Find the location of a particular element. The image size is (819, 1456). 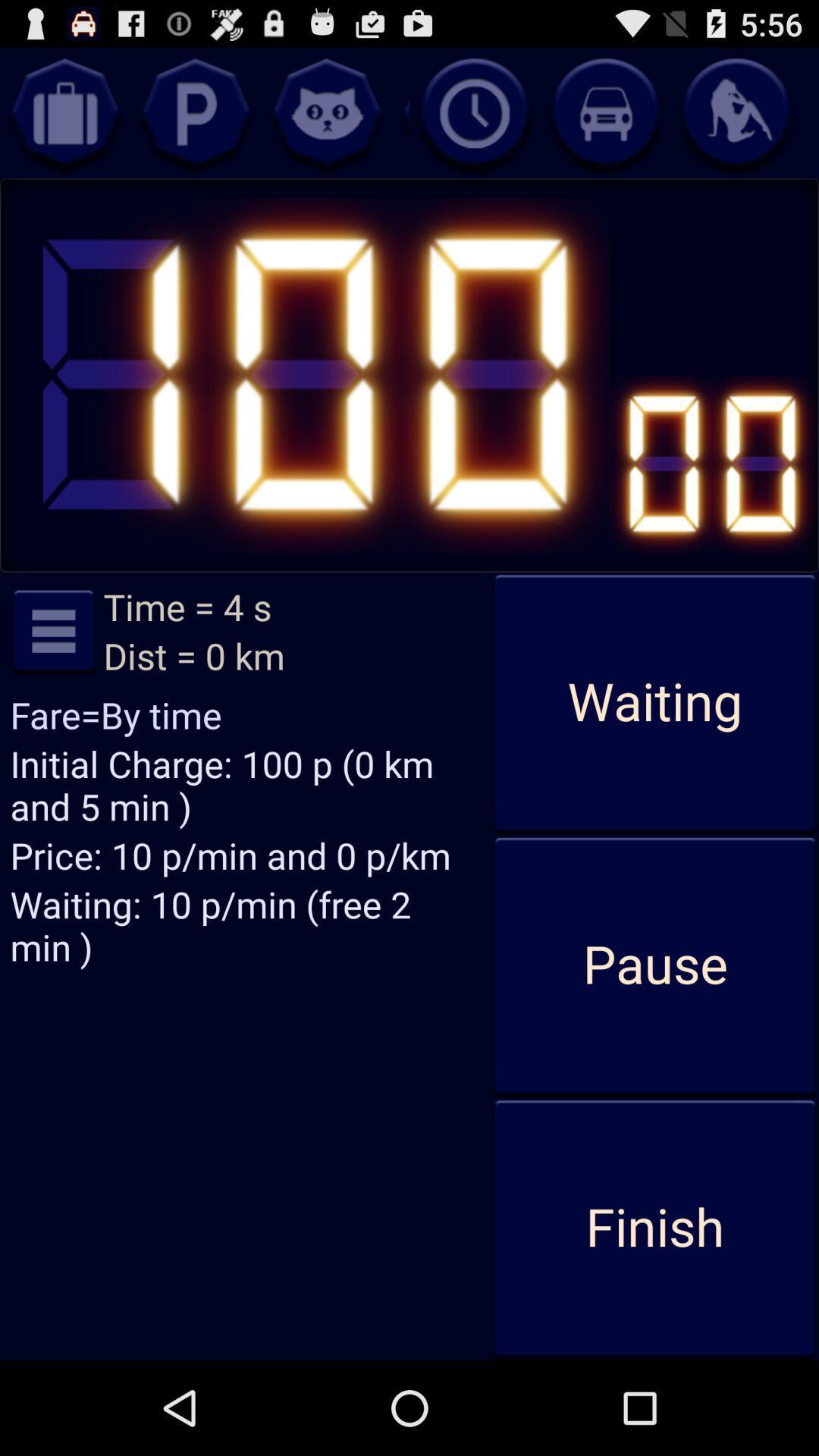

p is located at coordinates (195, 112).